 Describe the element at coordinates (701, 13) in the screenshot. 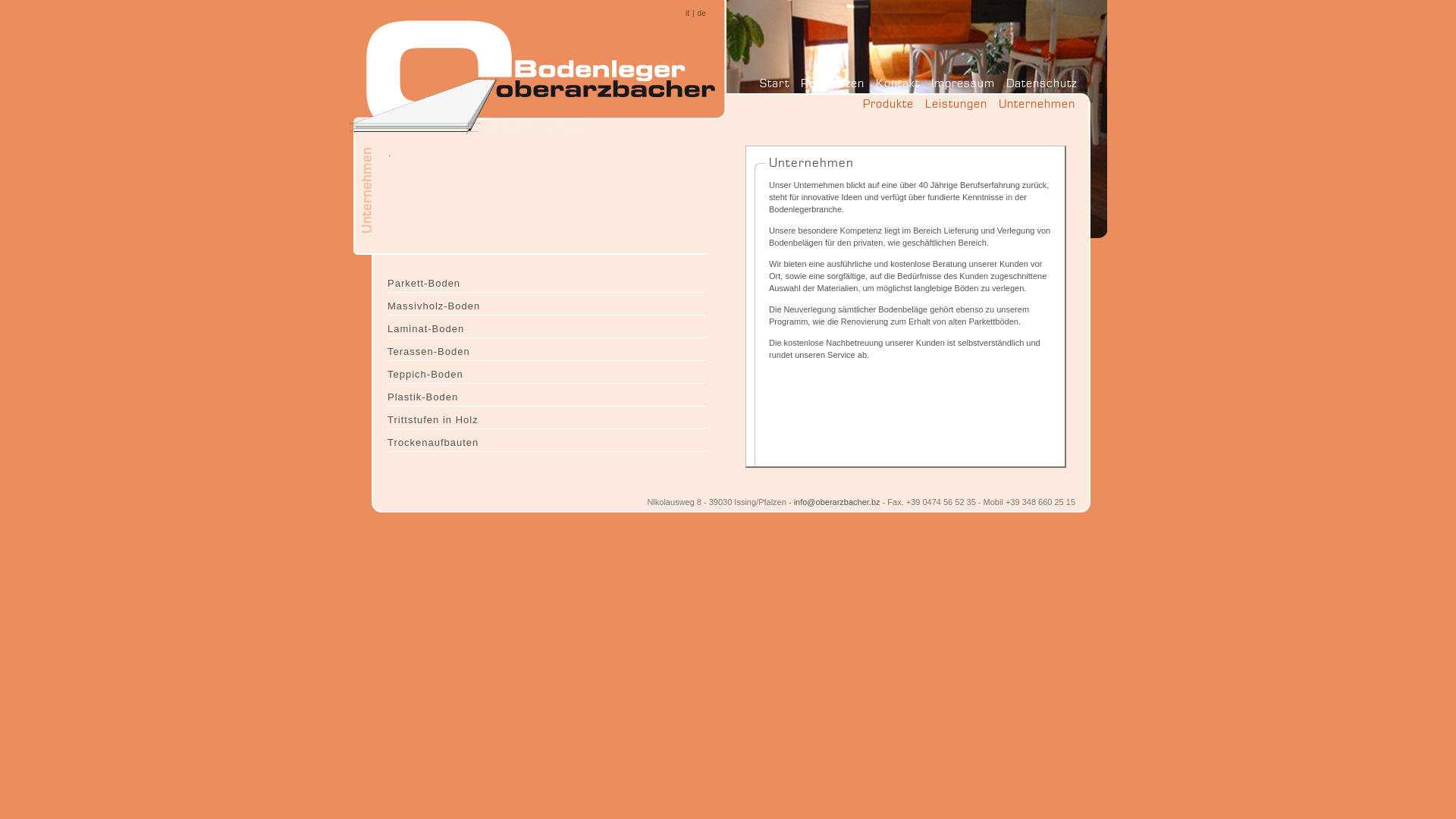

I see `'de'` at that location.